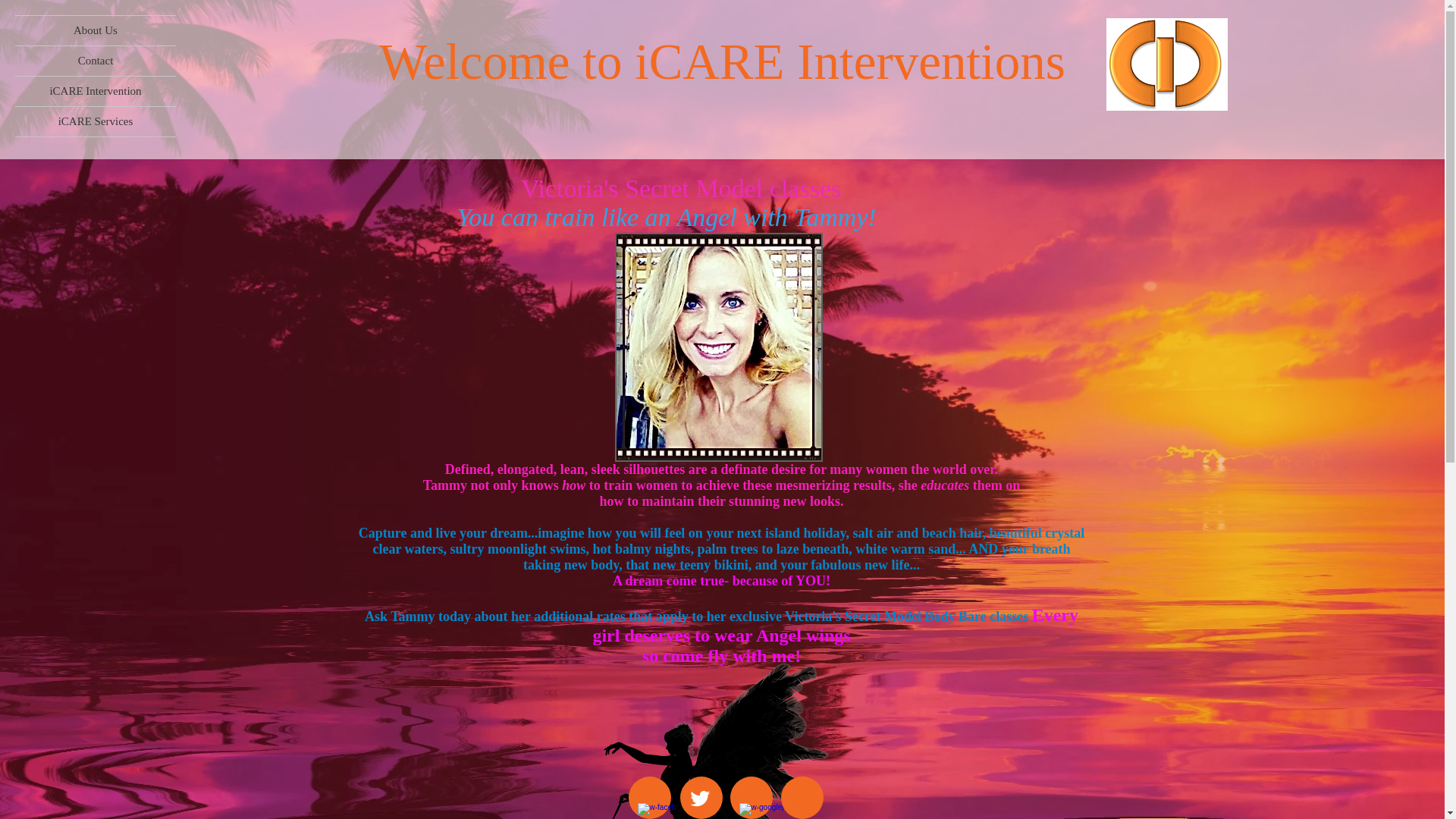 The width and height of the screenshot is (1456, 819). I want to click on 'Contact', so click(94, 60).